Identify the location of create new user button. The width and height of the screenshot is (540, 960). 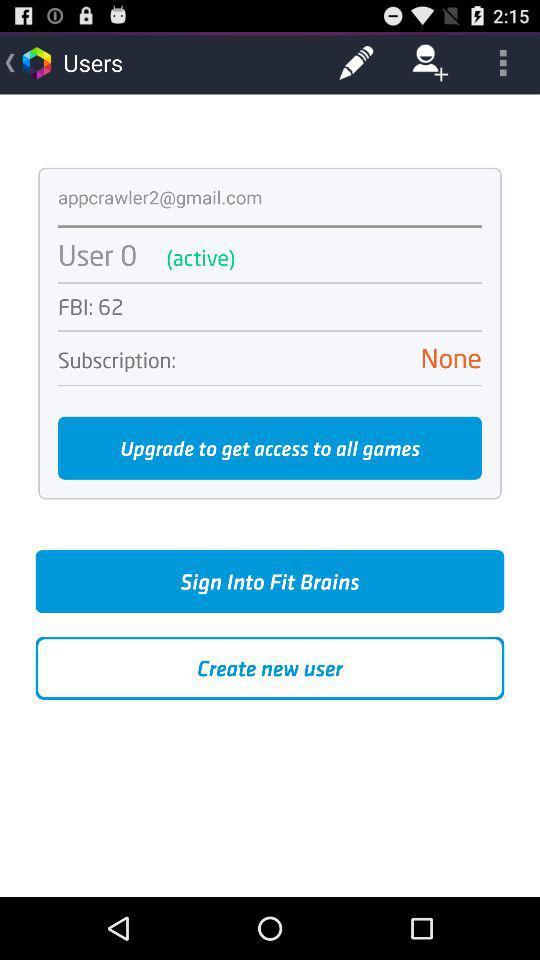
(270, 668).